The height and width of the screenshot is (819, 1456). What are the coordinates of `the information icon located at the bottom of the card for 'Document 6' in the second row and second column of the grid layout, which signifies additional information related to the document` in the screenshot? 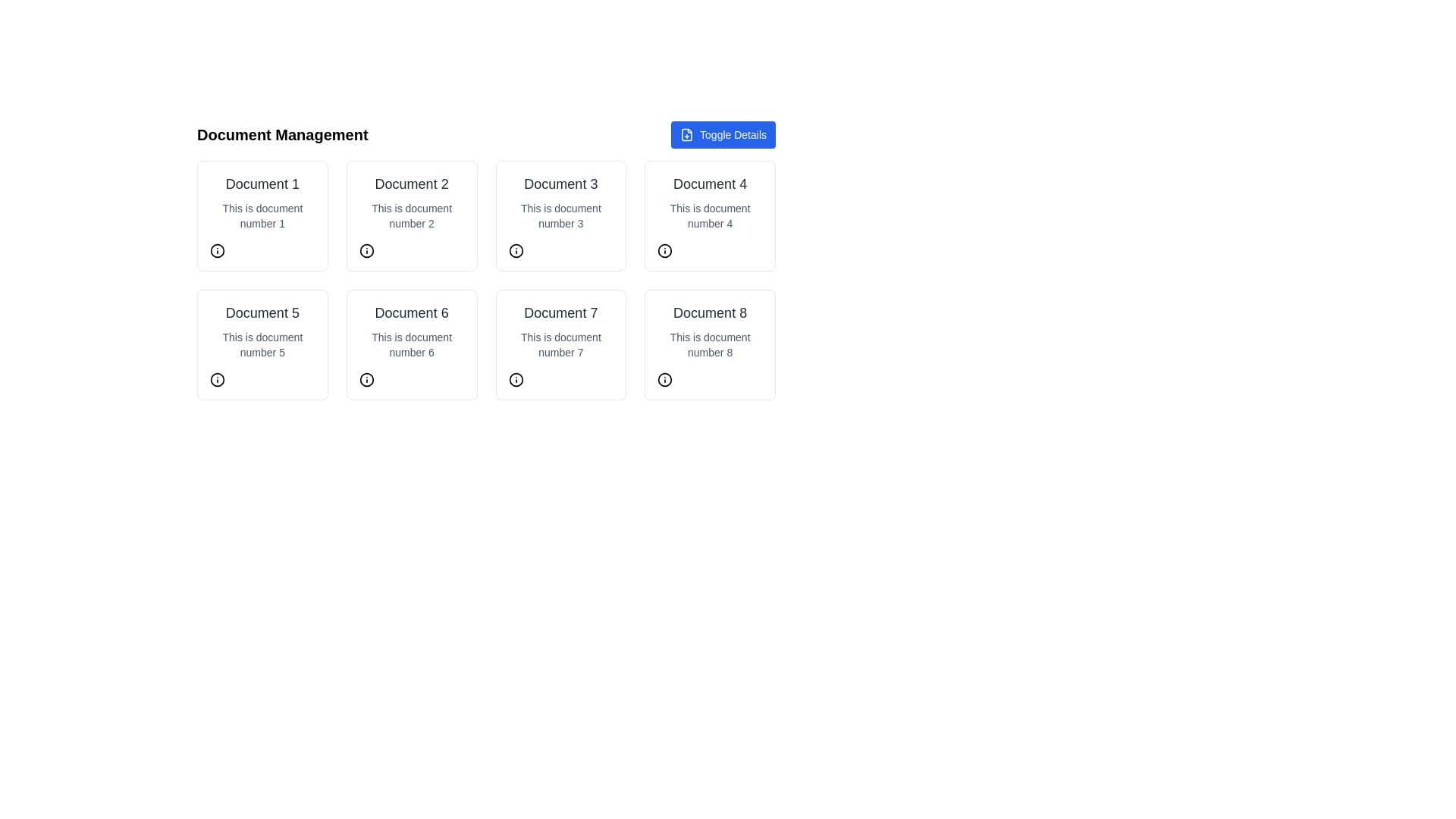 It's located at (366, 379).